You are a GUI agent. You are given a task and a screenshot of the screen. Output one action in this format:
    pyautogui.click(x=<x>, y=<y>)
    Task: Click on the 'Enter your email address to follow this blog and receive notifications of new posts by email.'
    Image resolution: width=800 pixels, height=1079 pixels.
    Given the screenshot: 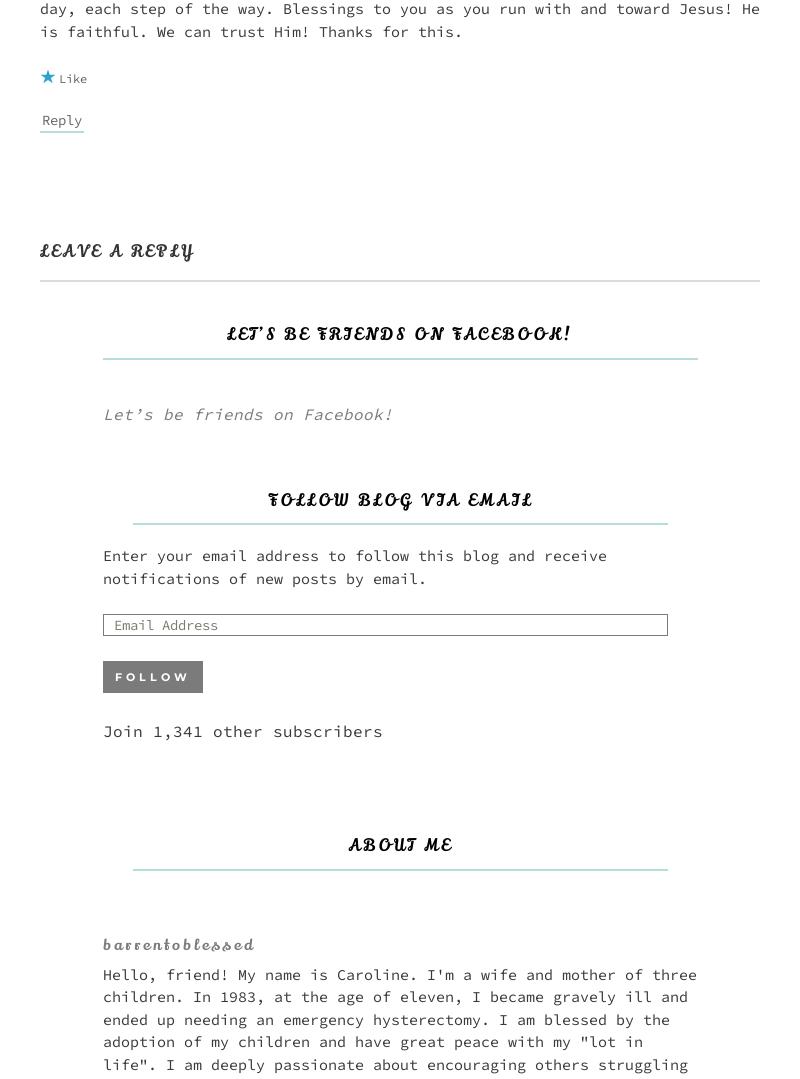 What is the action you would take?
    pyautogui.click(x=354, y=565)
    